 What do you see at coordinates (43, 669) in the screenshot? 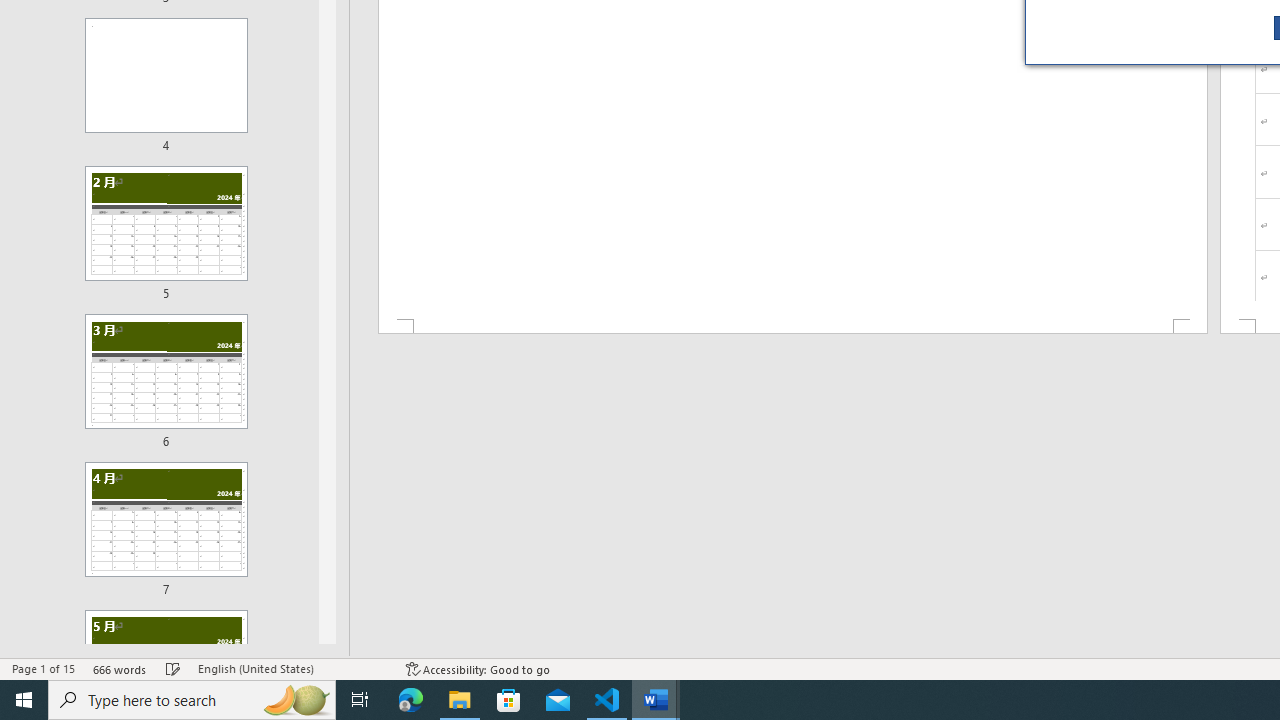
I see `'Page Number Page 1 of 15'` at bounding box center [43, 669].